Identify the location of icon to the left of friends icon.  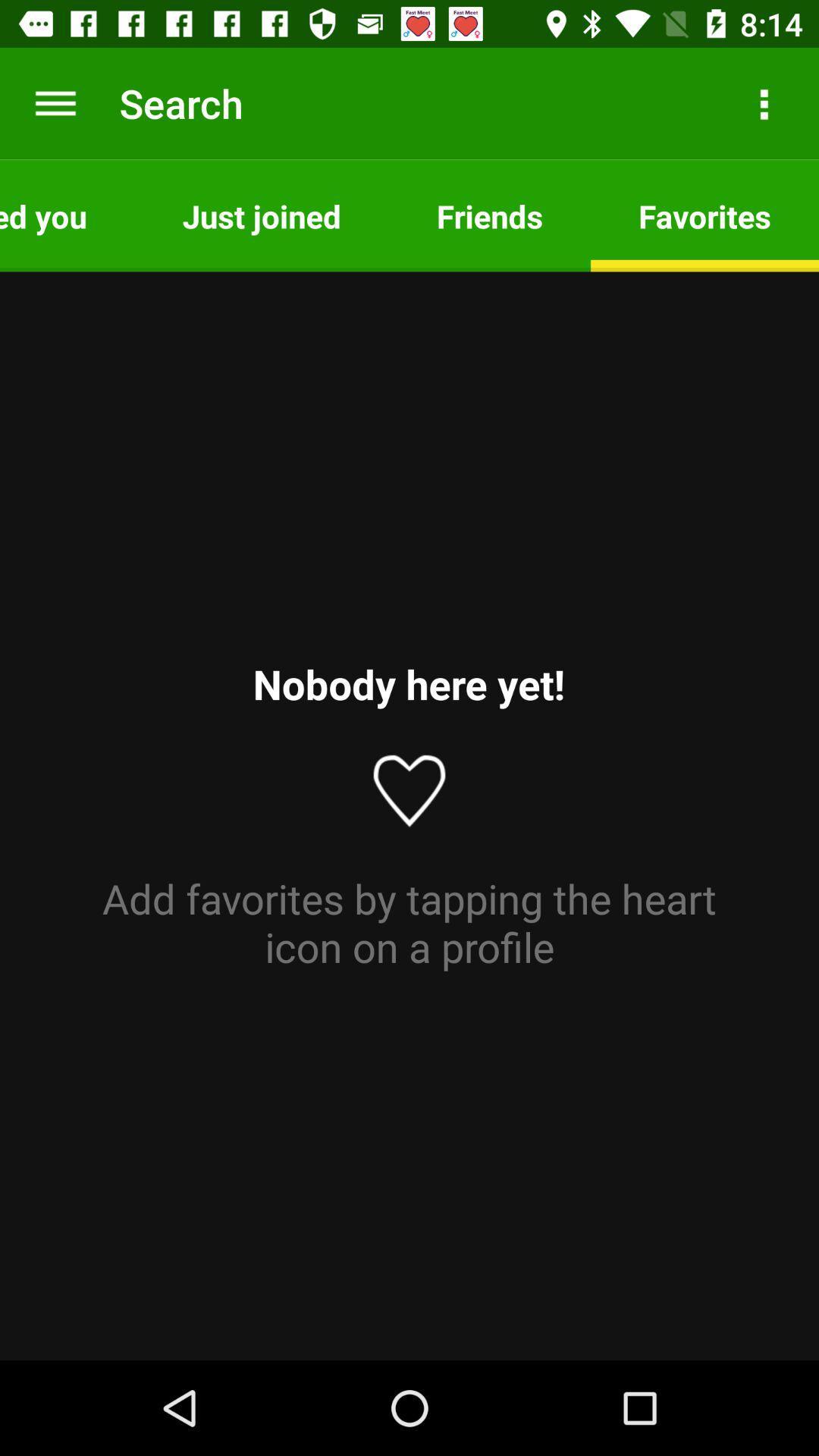
(261, 215).